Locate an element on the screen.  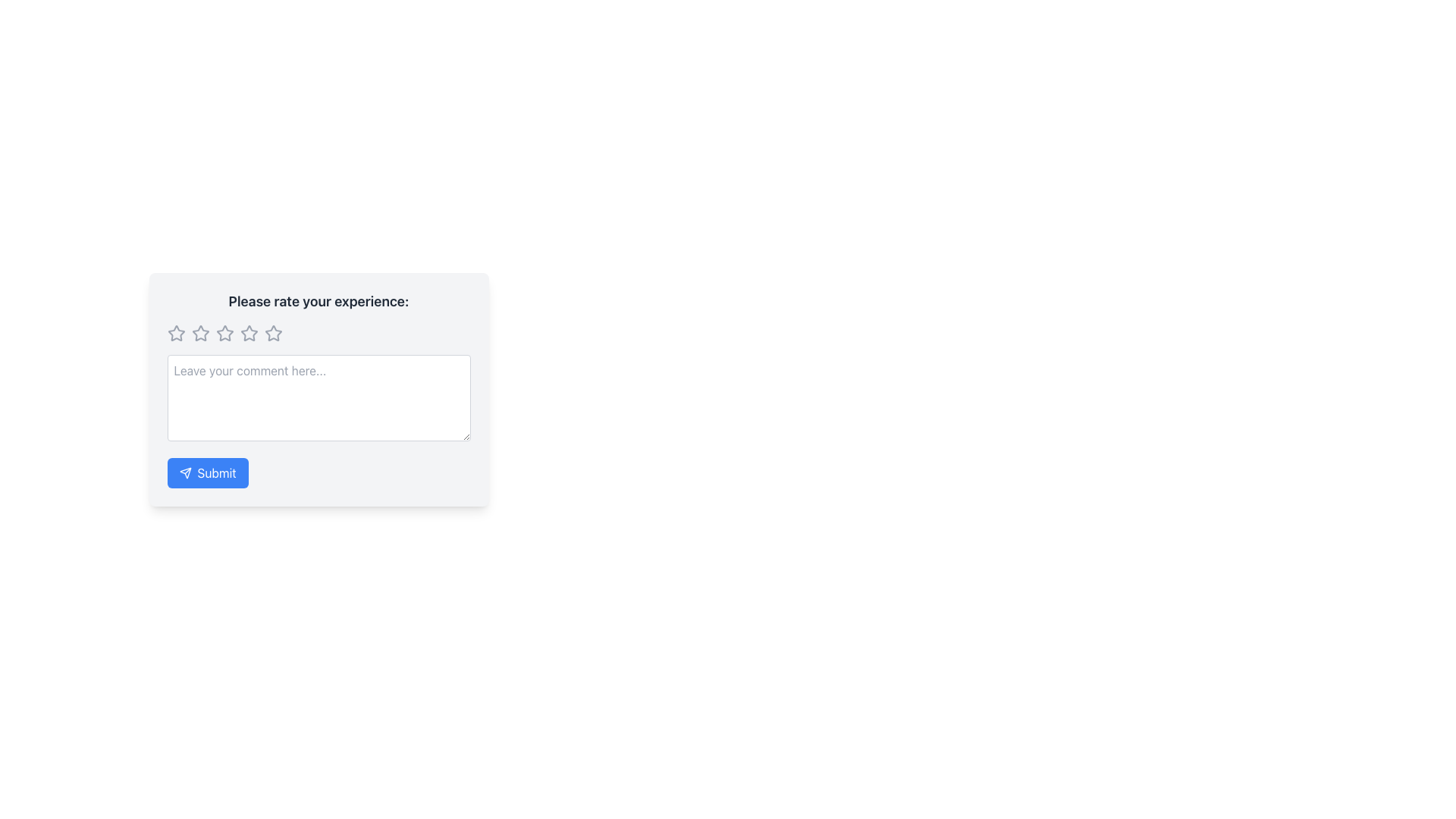
the leftmost star icon in the rating interface is located at coordinates (176, 332).